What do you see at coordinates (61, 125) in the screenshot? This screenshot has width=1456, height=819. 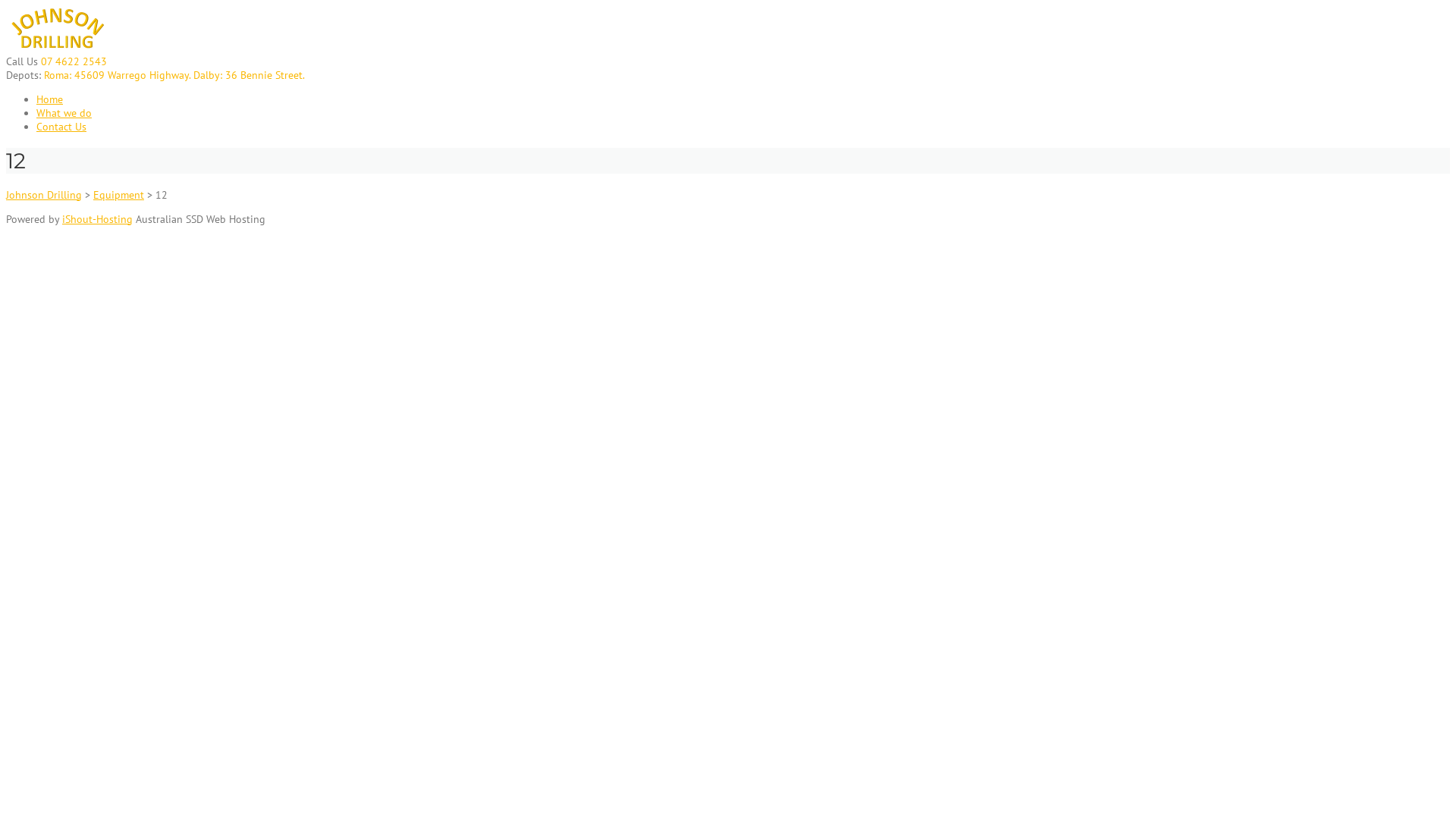 I see `'Contact Us'` at bounding box center [61, 125].